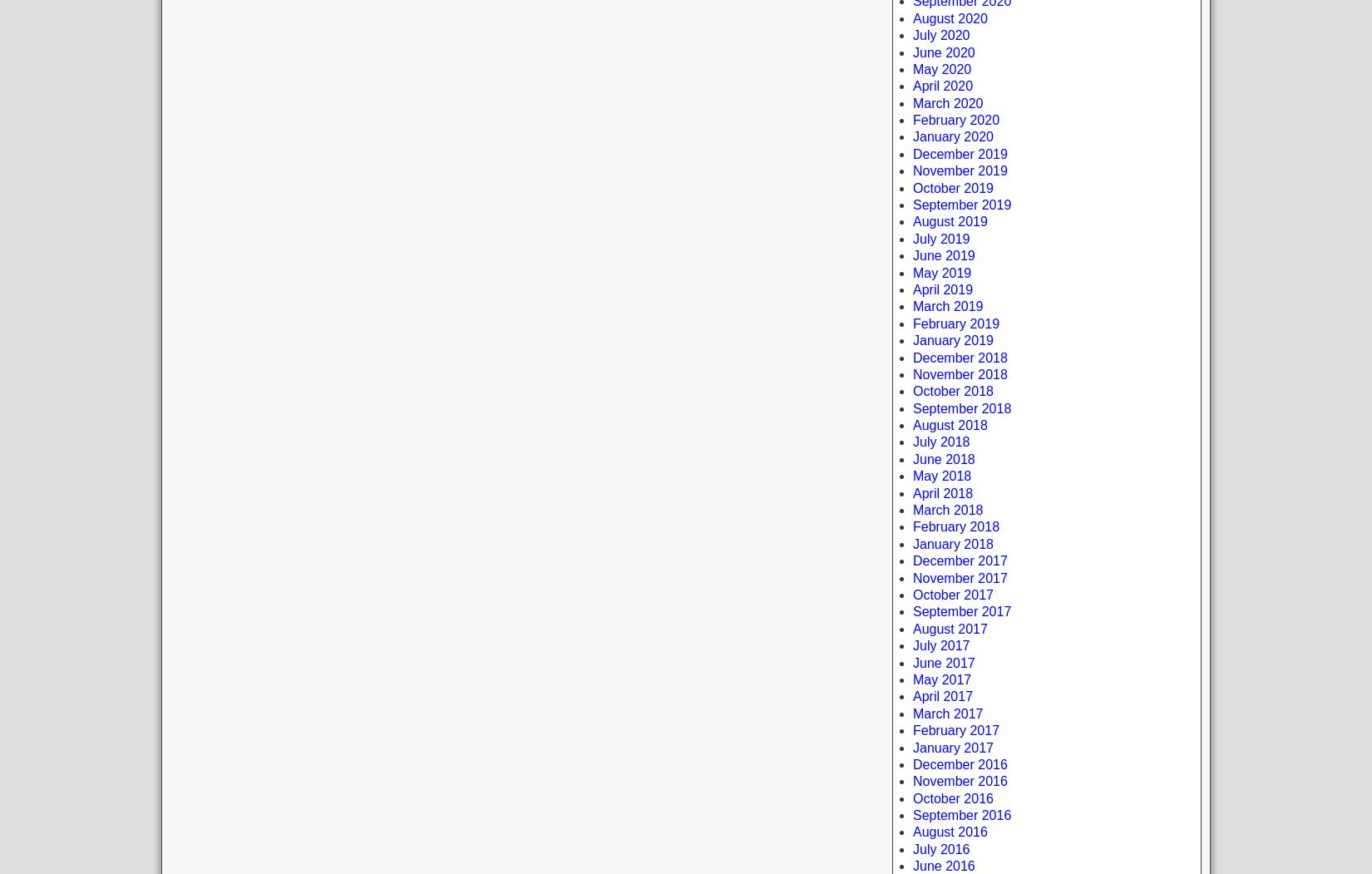  What do you see at coordinates (947, 509) in the screenshot?
I see `'March 2018'` at bounding box center [947, 509].